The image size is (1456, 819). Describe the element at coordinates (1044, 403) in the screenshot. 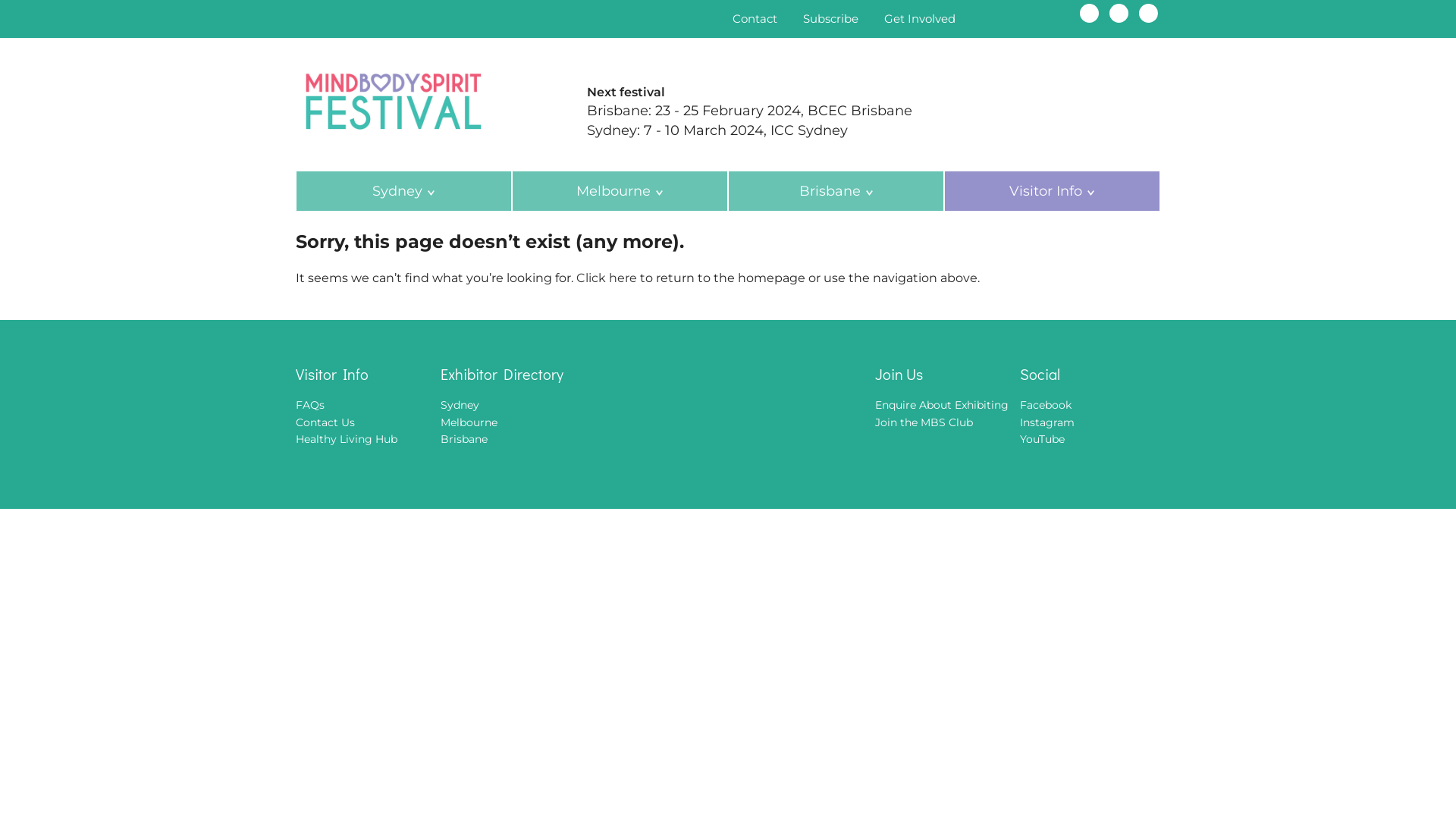

I see `'Facebook'` at that location.